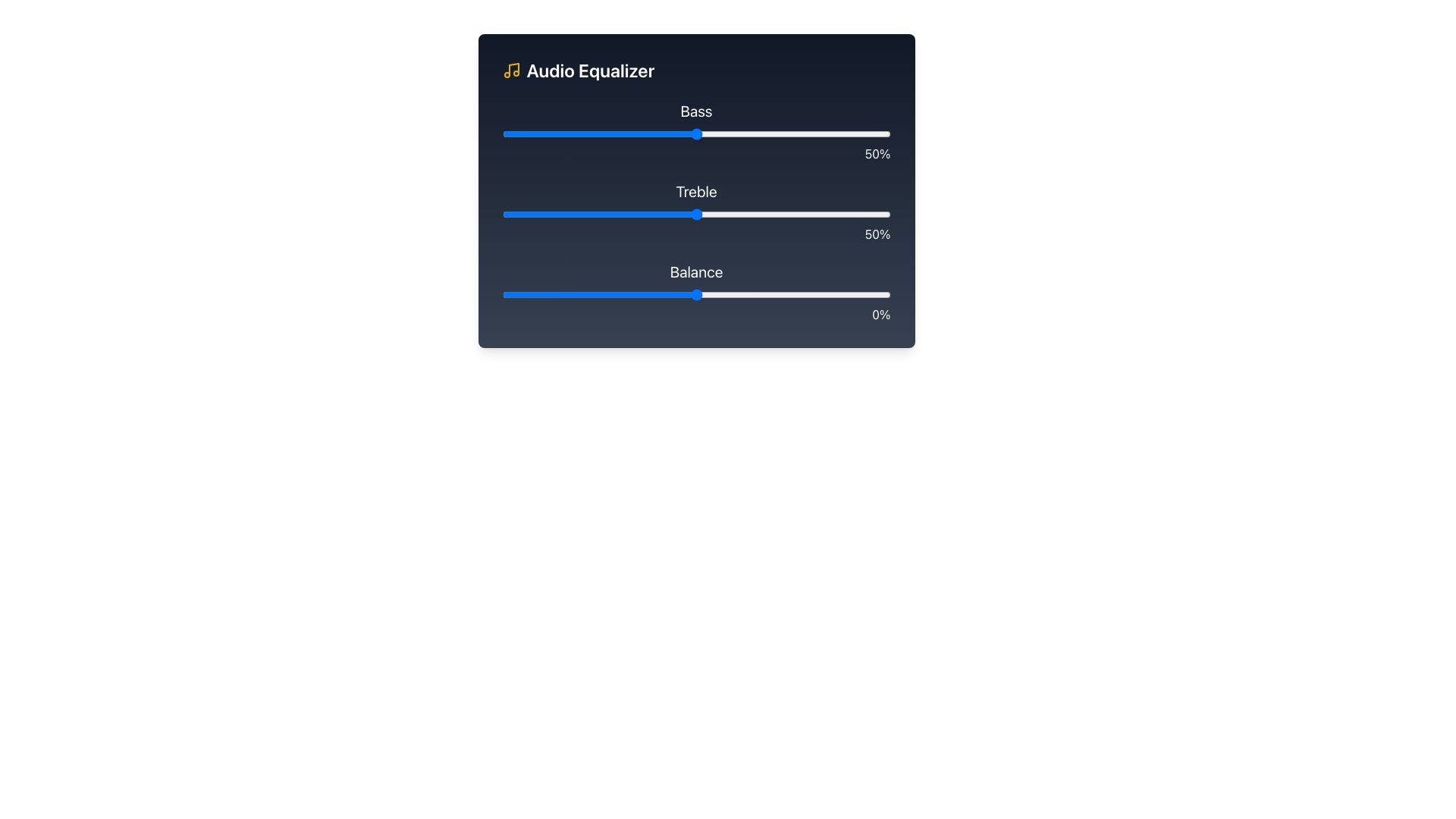  I want to click on balance, so click(638, 295).